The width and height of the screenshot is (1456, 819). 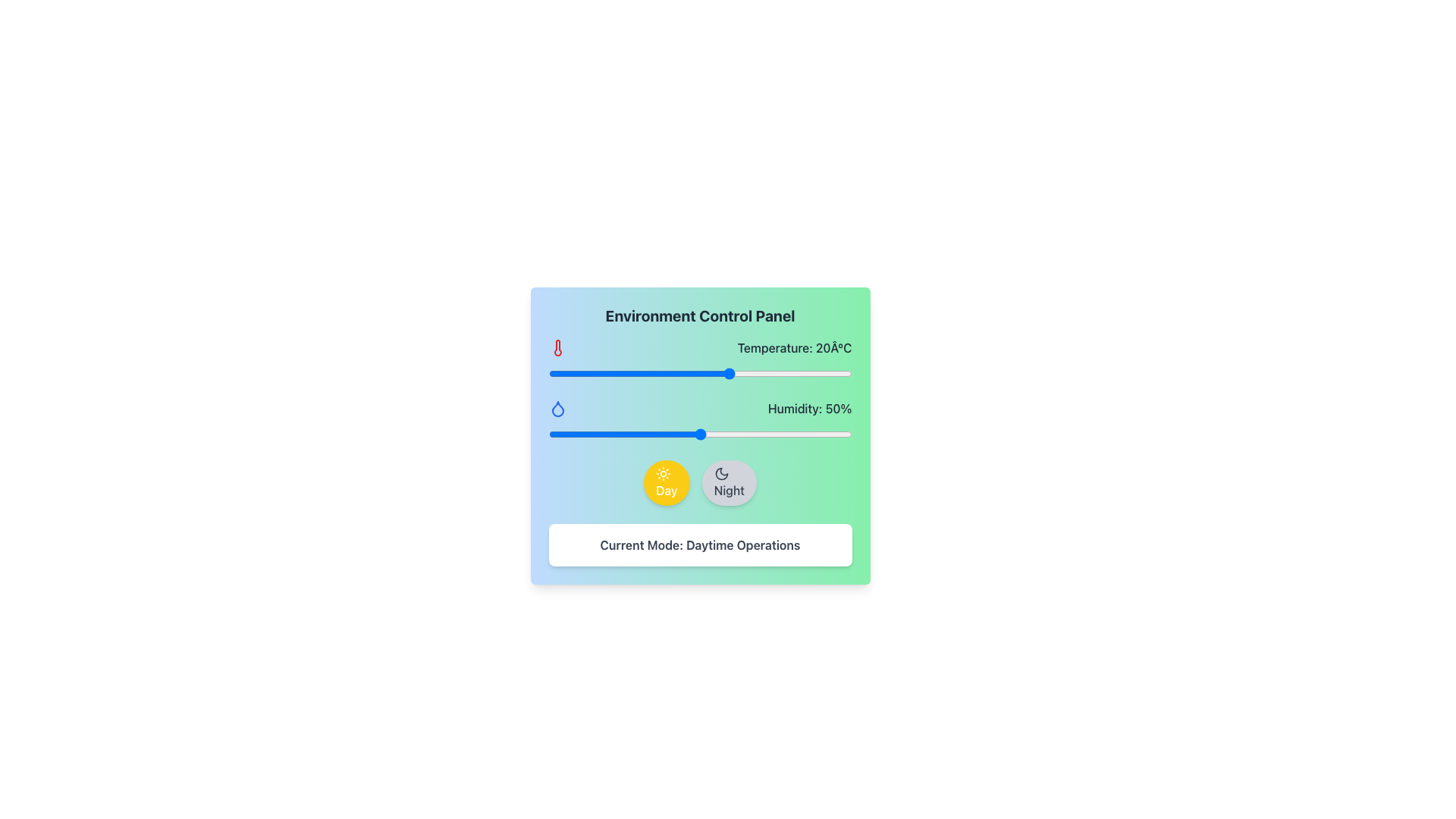 I want to click on the static text label displaying the current temperature reading in degrees Celsius, located beneath the 'Environment Control Panel' title and to the right of the red thermometer icon, so click(x=794, y=348).